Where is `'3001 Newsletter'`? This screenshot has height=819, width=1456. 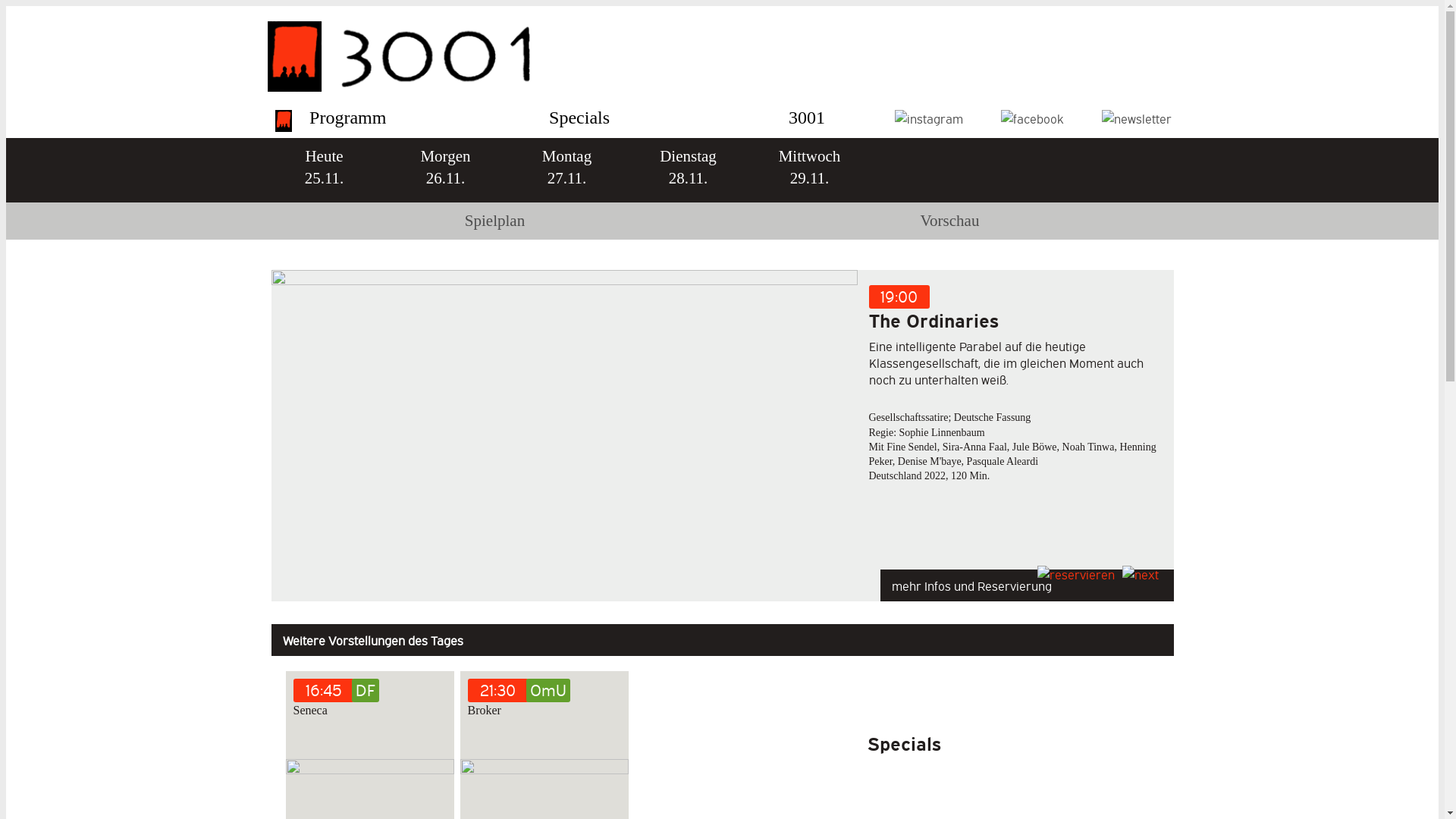 '3001 Newsletter' is located at coordinates (1135, 117).